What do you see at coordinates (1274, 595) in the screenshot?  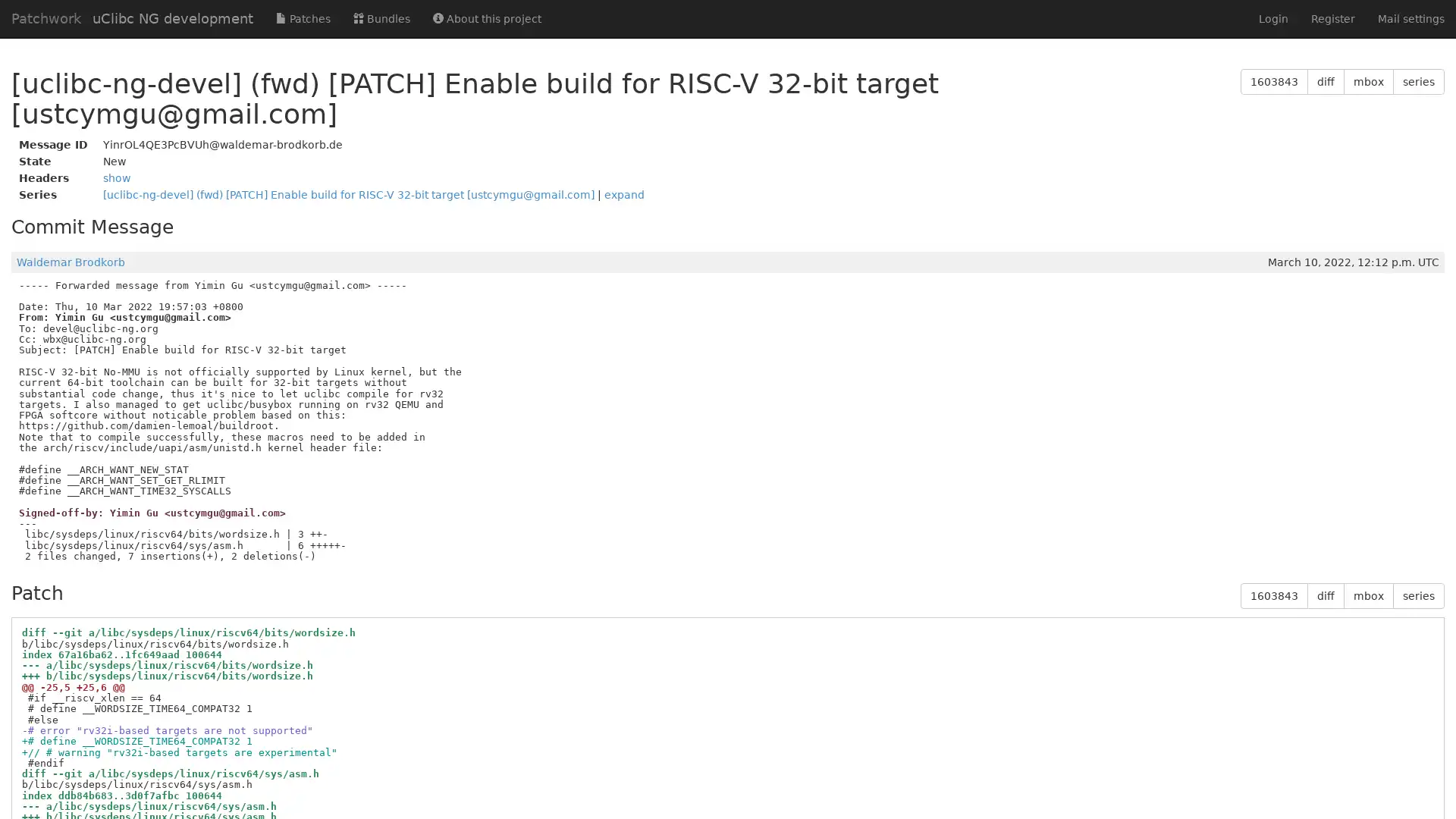 I see `1603843` at bounding box center [1274, 595].